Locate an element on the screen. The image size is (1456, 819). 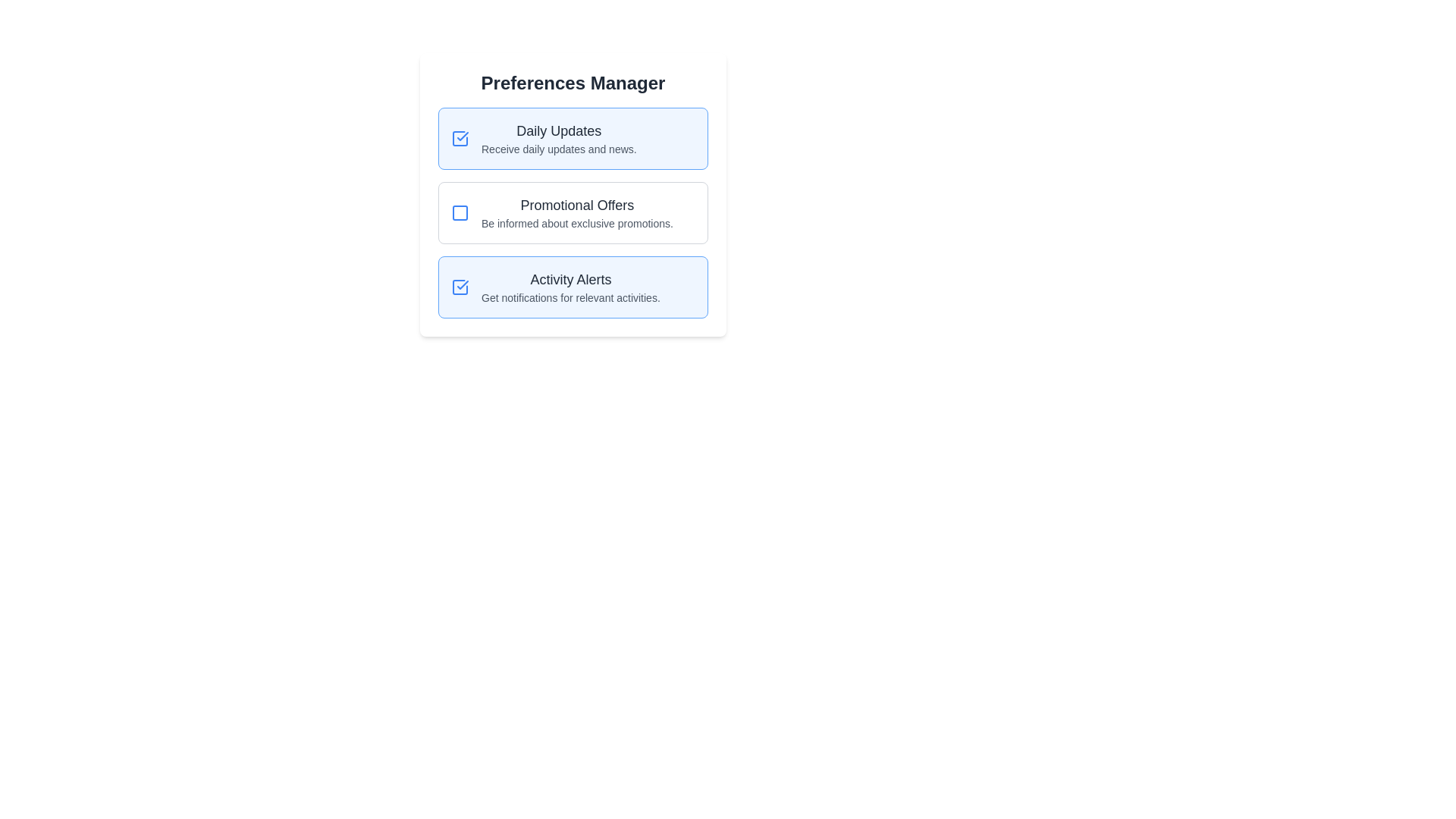
the 'Daily Updates' selectable option panel, which features a blue-themed design with a checkbox and bold text indicating 'Daily Updates'. It is the first item in the list within the 'Preferences Manager' is located at coordinates (572, 138).